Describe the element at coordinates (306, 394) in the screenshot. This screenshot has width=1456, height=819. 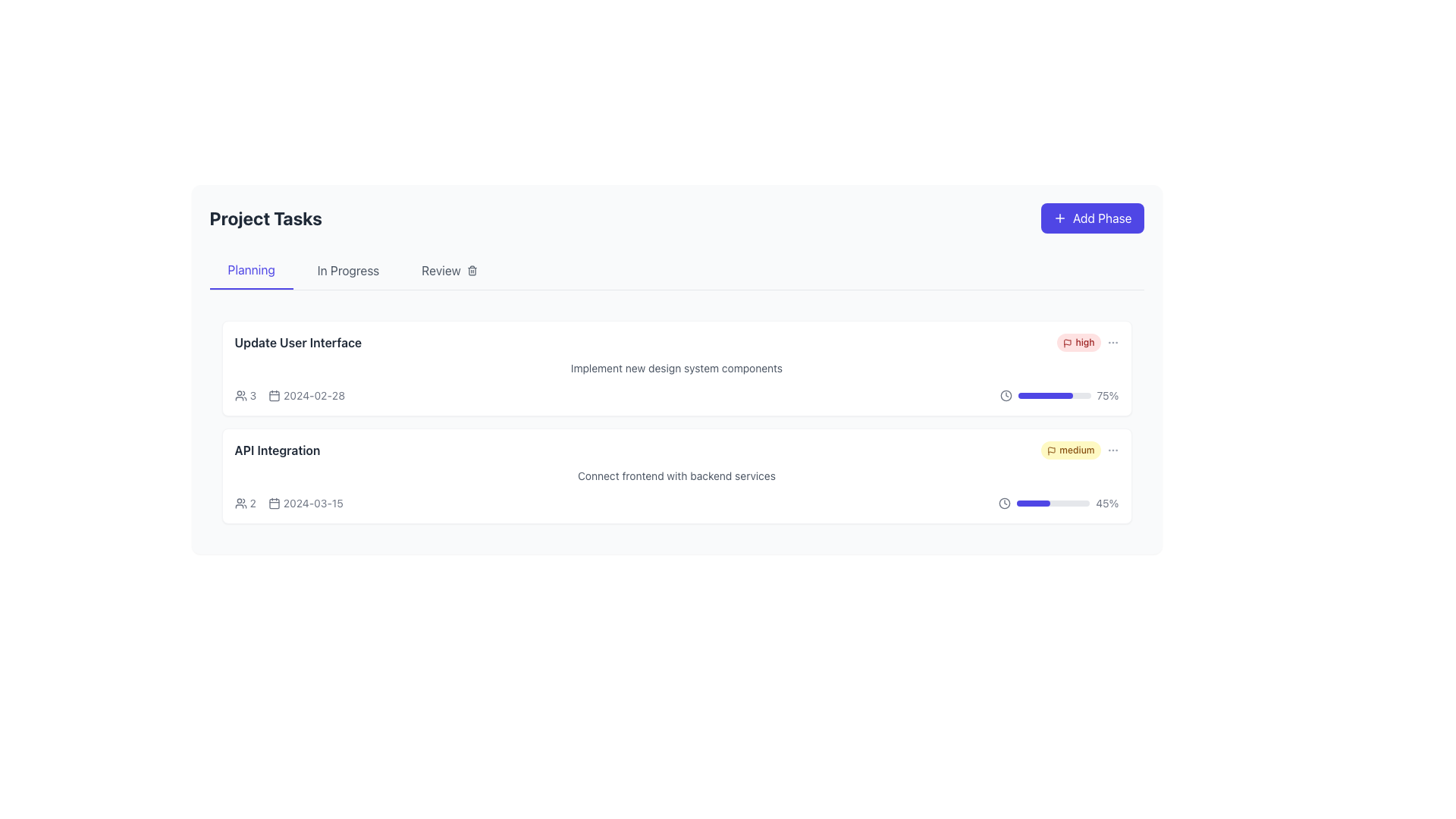
I see `the Date label displaying '2024-02-28' in the 'Planning' section of the task list` at that location.